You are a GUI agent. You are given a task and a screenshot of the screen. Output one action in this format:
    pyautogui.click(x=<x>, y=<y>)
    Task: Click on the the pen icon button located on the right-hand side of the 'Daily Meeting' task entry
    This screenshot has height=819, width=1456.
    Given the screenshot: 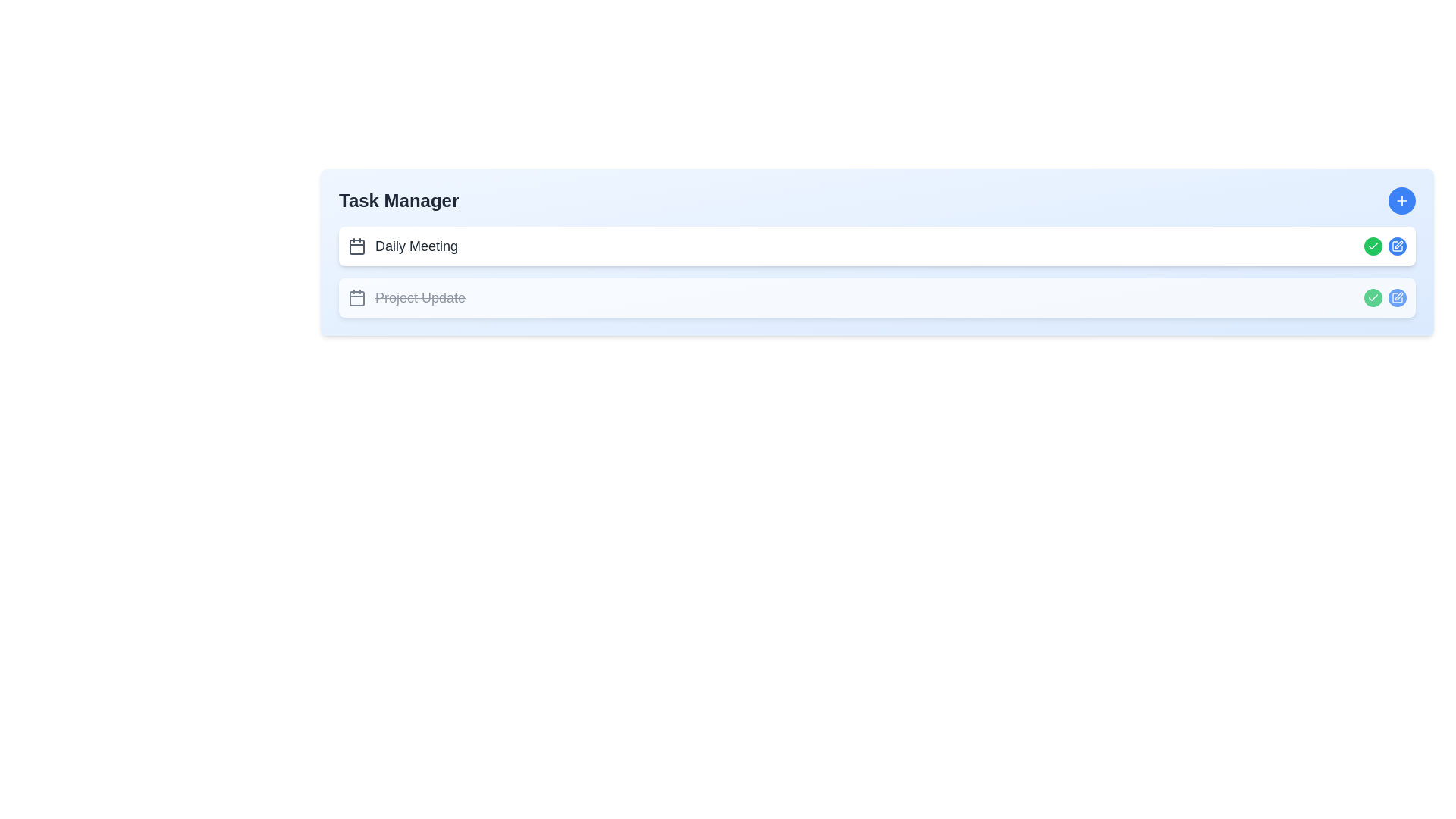 What is the action you would take?
    pyautogui.click(x=1397, y=244)
    